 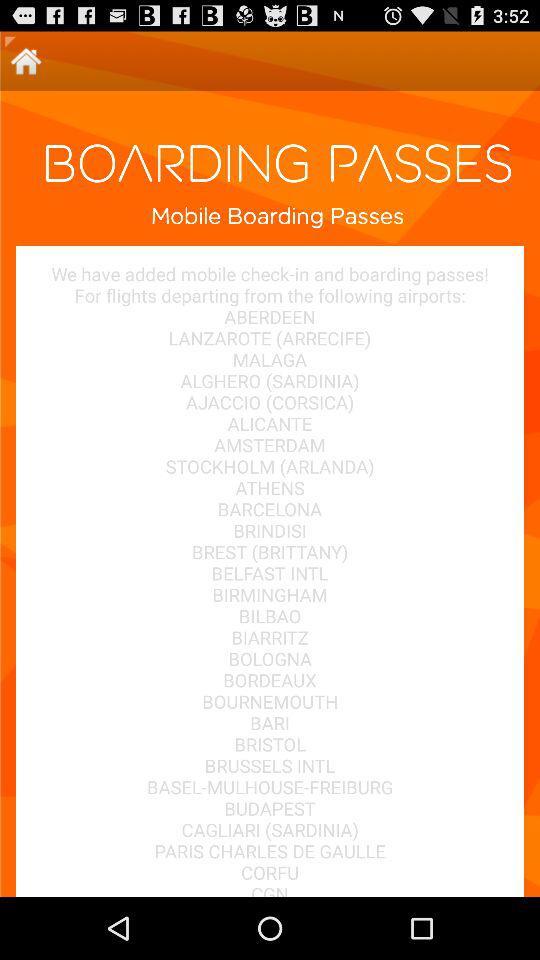 I want to click on home button, so click(x=25, y=61).